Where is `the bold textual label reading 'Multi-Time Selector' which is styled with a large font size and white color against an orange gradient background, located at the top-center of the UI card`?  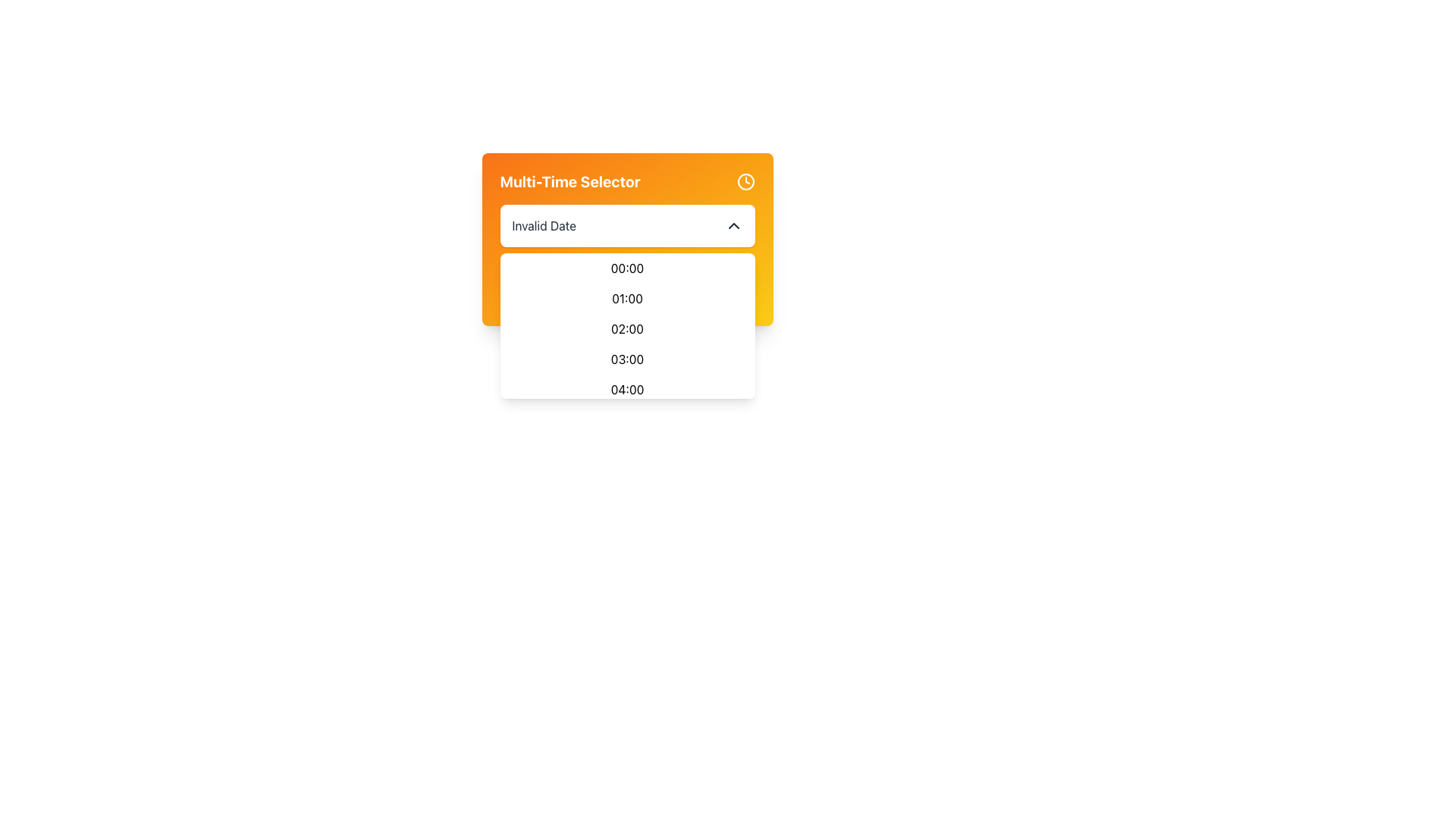
the bold textual label reading 'Multi-Time Selector' which is styled with a large font size and white color against an orange gradient background, located at the top-center of the UI card is located at coordinates (570, 180).